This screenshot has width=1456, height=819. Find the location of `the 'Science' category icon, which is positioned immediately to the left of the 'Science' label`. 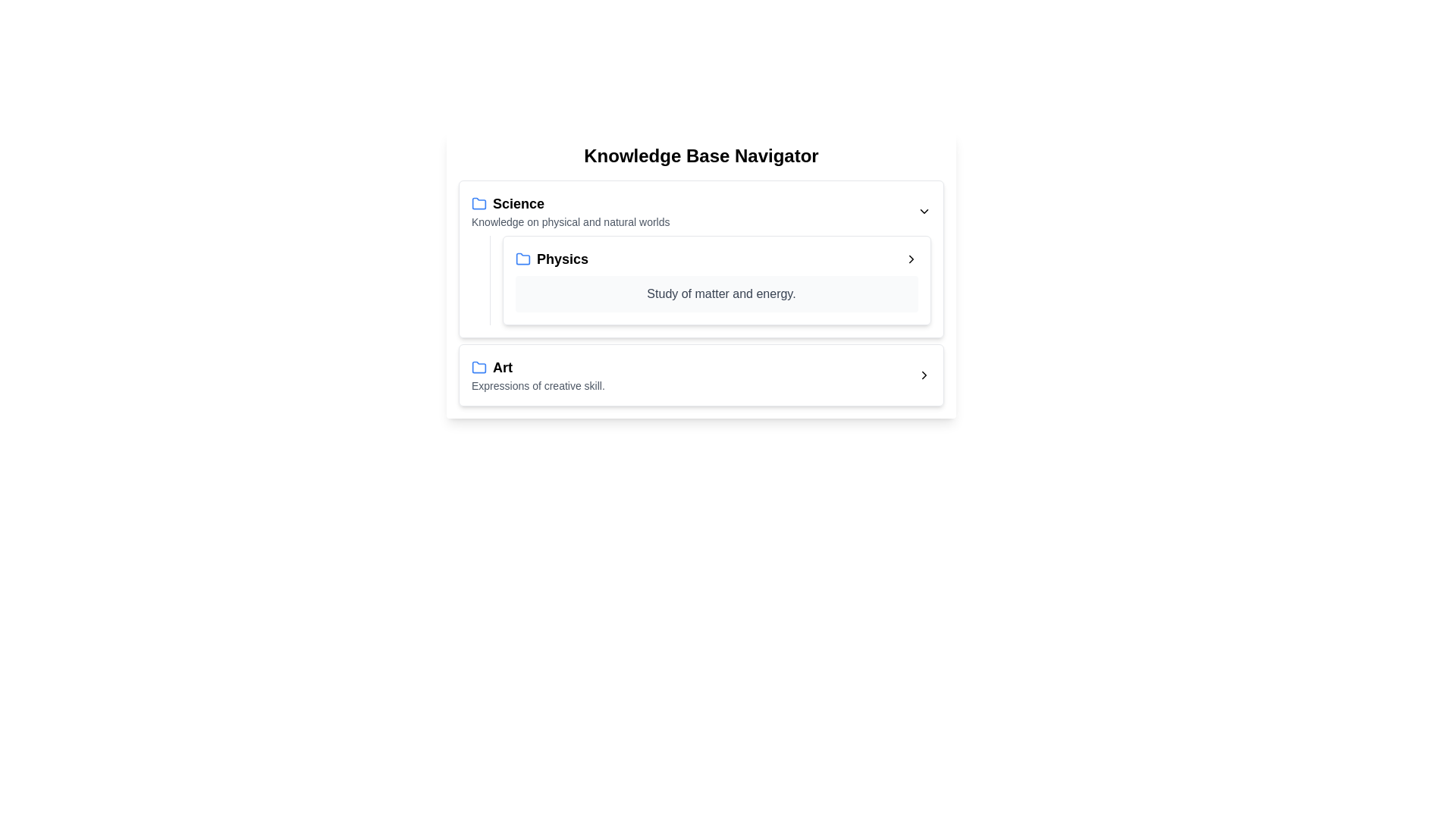

the 'Science' category icon, which is positioned immediately to the left of the 'Science' label is located at coordinates (479, 203).